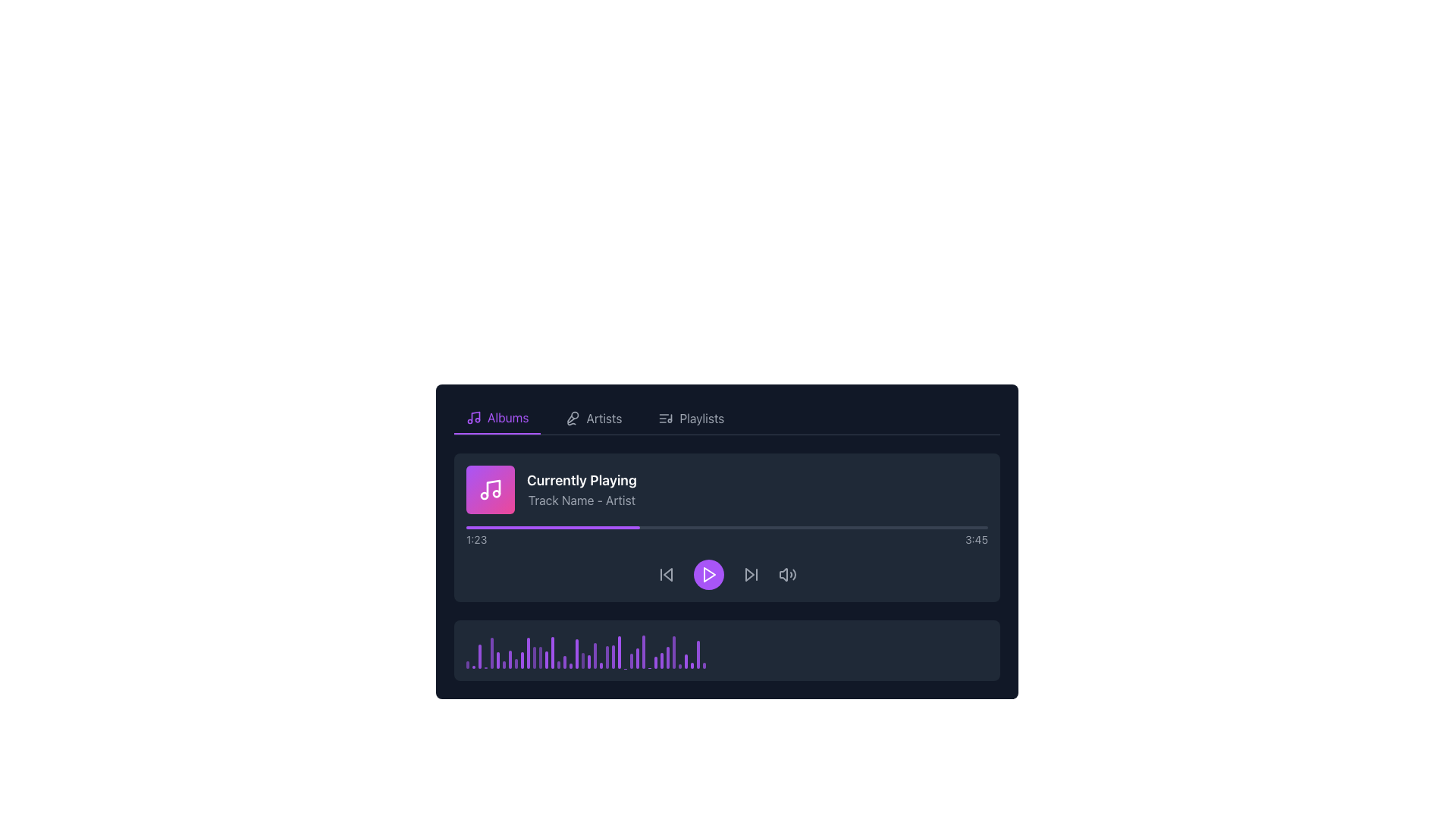 The height and width of the screenshot is (819, 1456). Describe the element at coordinates (673, 651) in the screenshot. I see `the 37th vertical bar in the series of progress bars located at the bottom of the player card` at that location.